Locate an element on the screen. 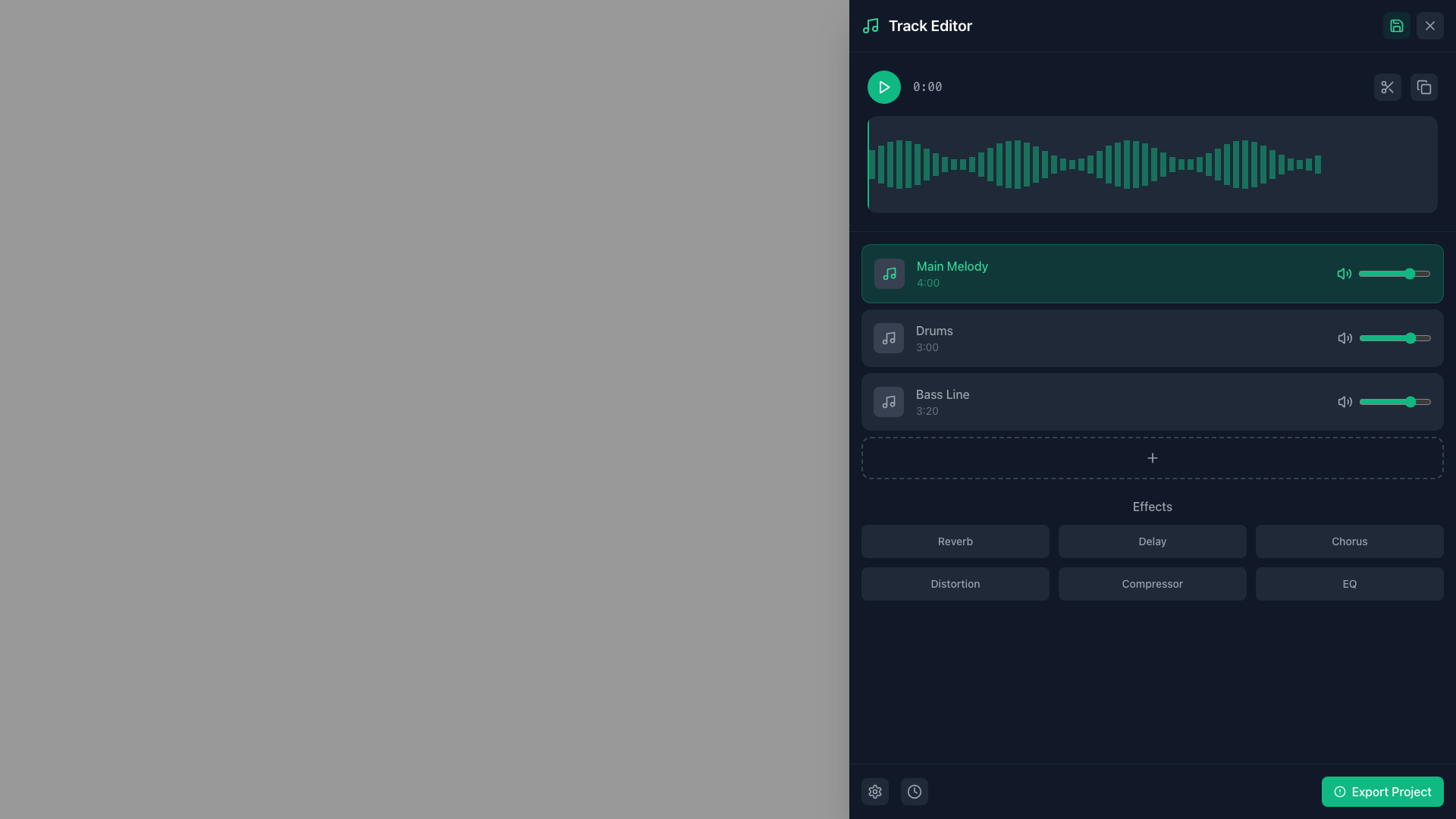  the volume or sound toggling icon in the Main Melody row is located at coordinates (1344, 274).